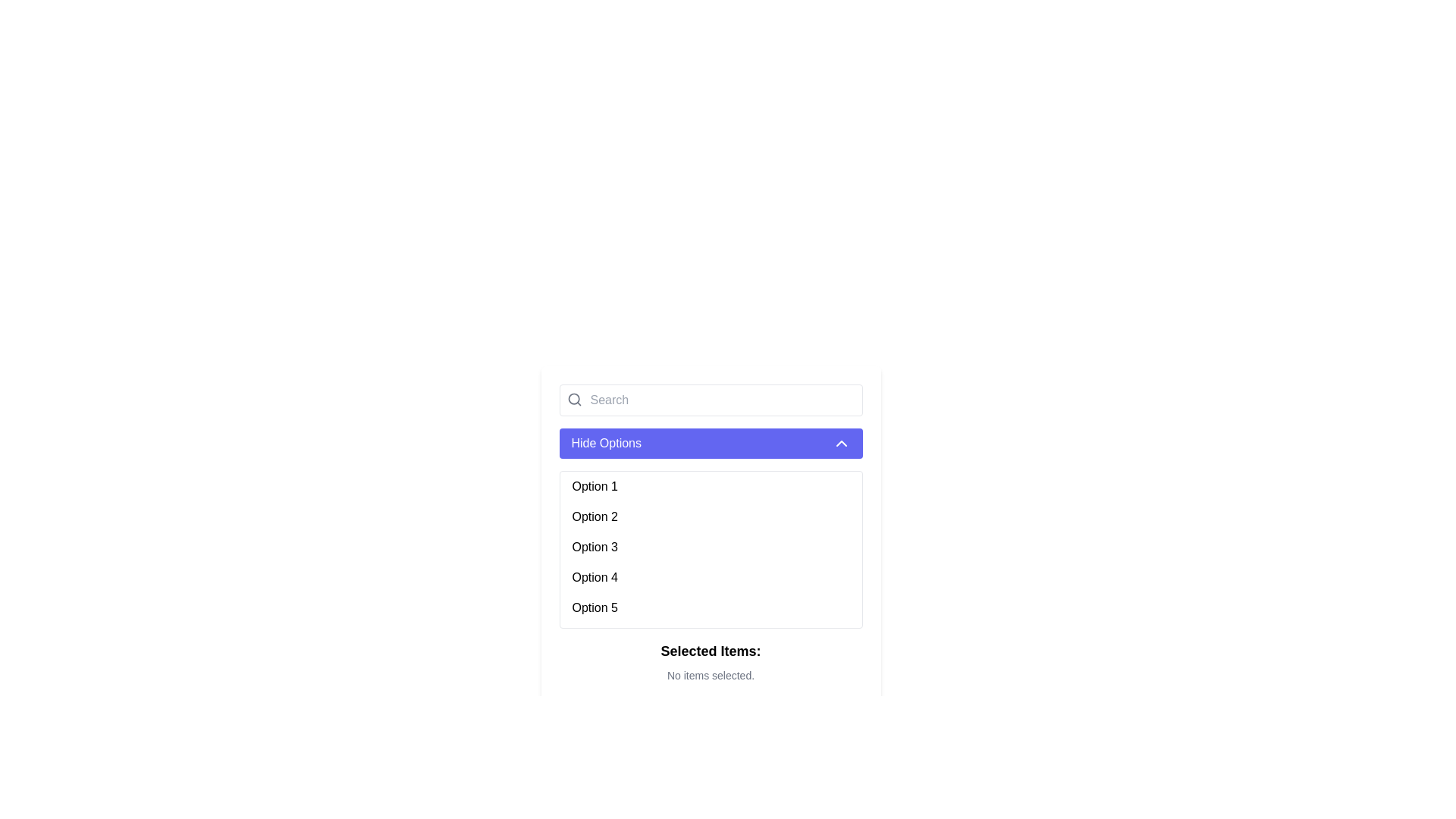  I want to click on the first item in the dropdown menu list located below the 'Hide Options' toggle, so click(710, 486).